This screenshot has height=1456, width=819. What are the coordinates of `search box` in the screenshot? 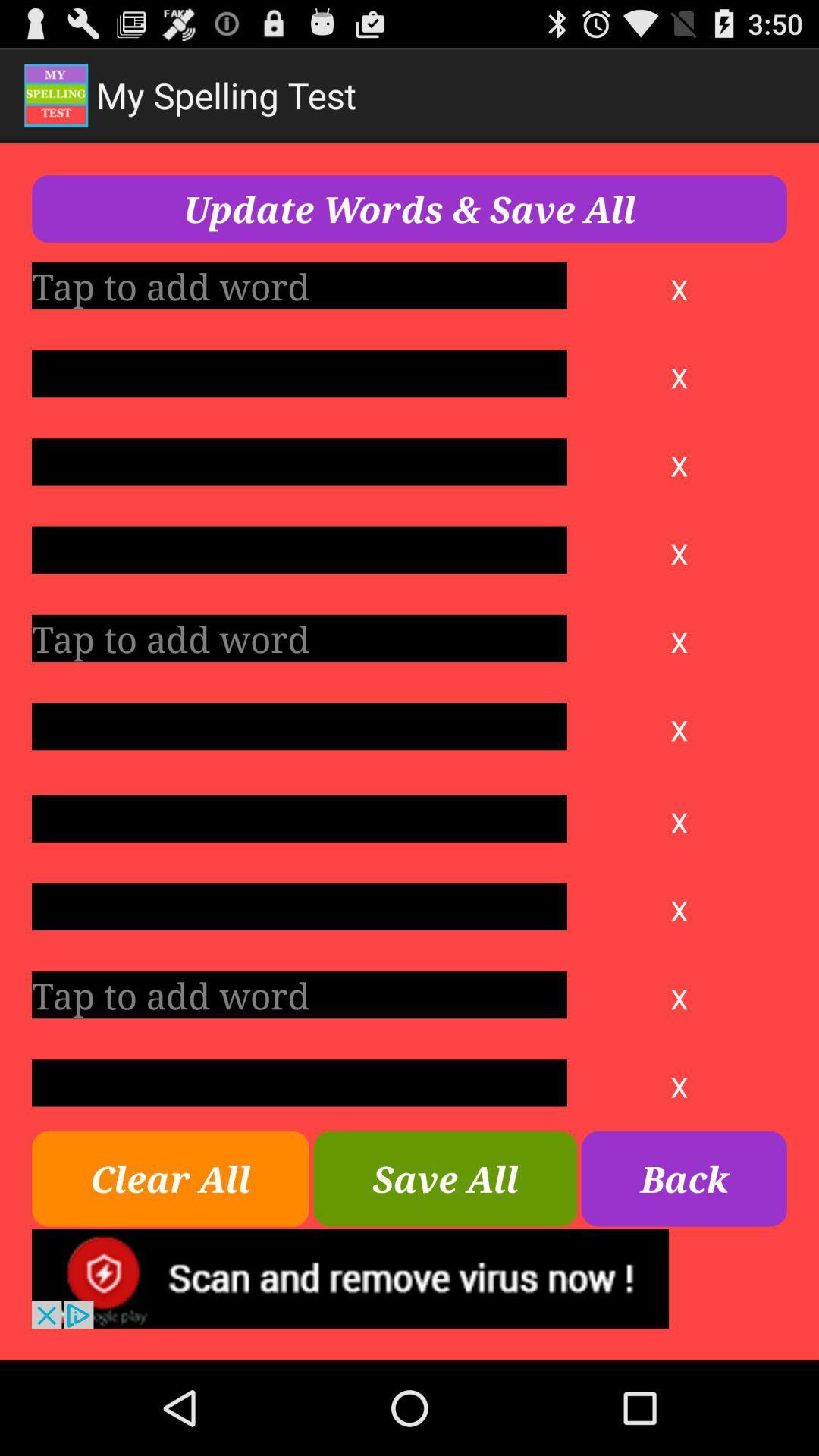 It's located at (299, 726).